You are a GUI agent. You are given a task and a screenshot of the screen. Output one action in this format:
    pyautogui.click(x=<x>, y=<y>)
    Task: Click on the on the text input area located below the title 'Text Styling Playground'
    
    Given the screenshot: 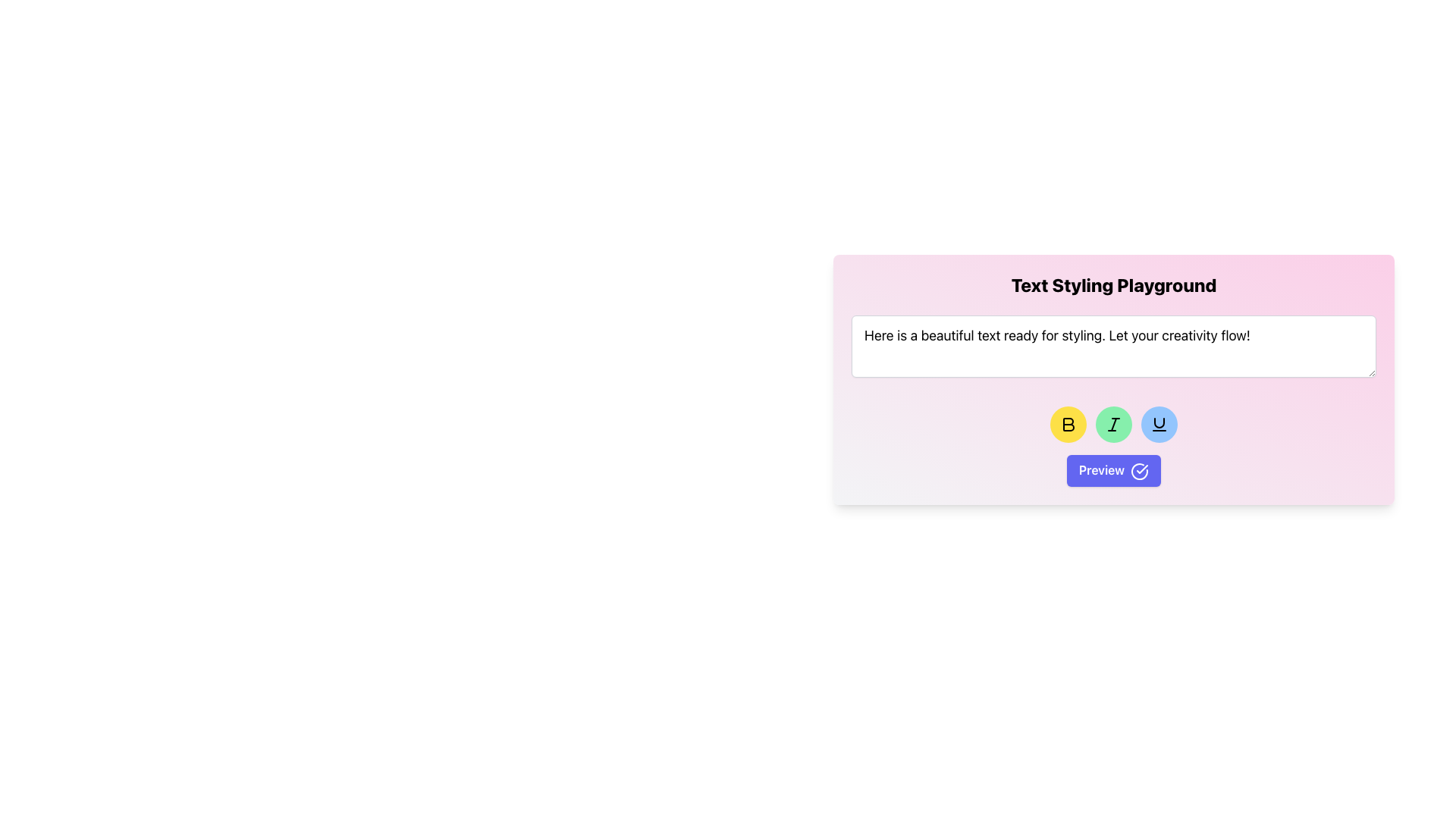 What is the action you would take?
    pyautogui.click(x=1113, y=429)
    